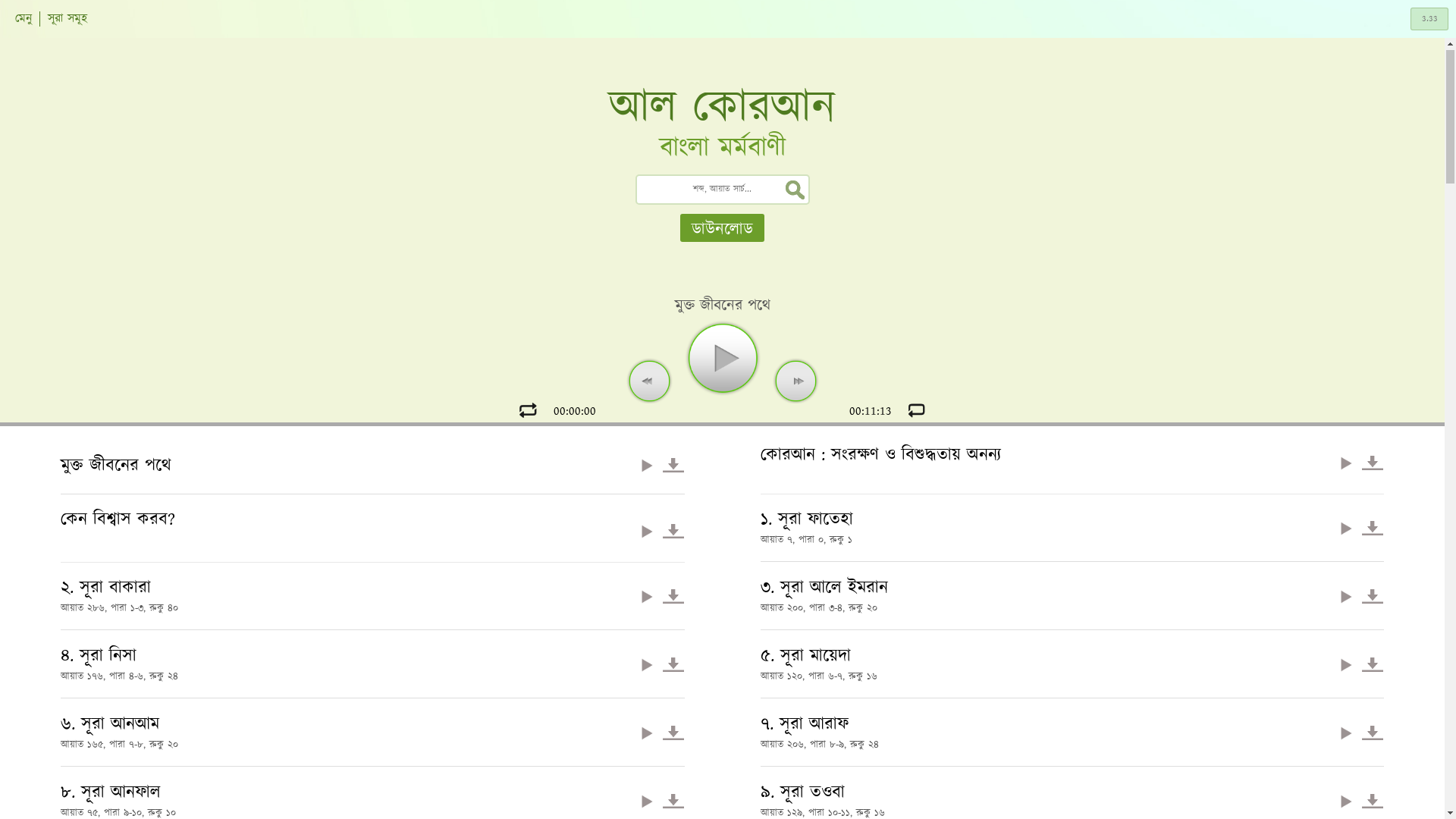 Image resolution: width=1456 pixels, height=819 pixels. I want to click on 'Play', so click(635, 464).